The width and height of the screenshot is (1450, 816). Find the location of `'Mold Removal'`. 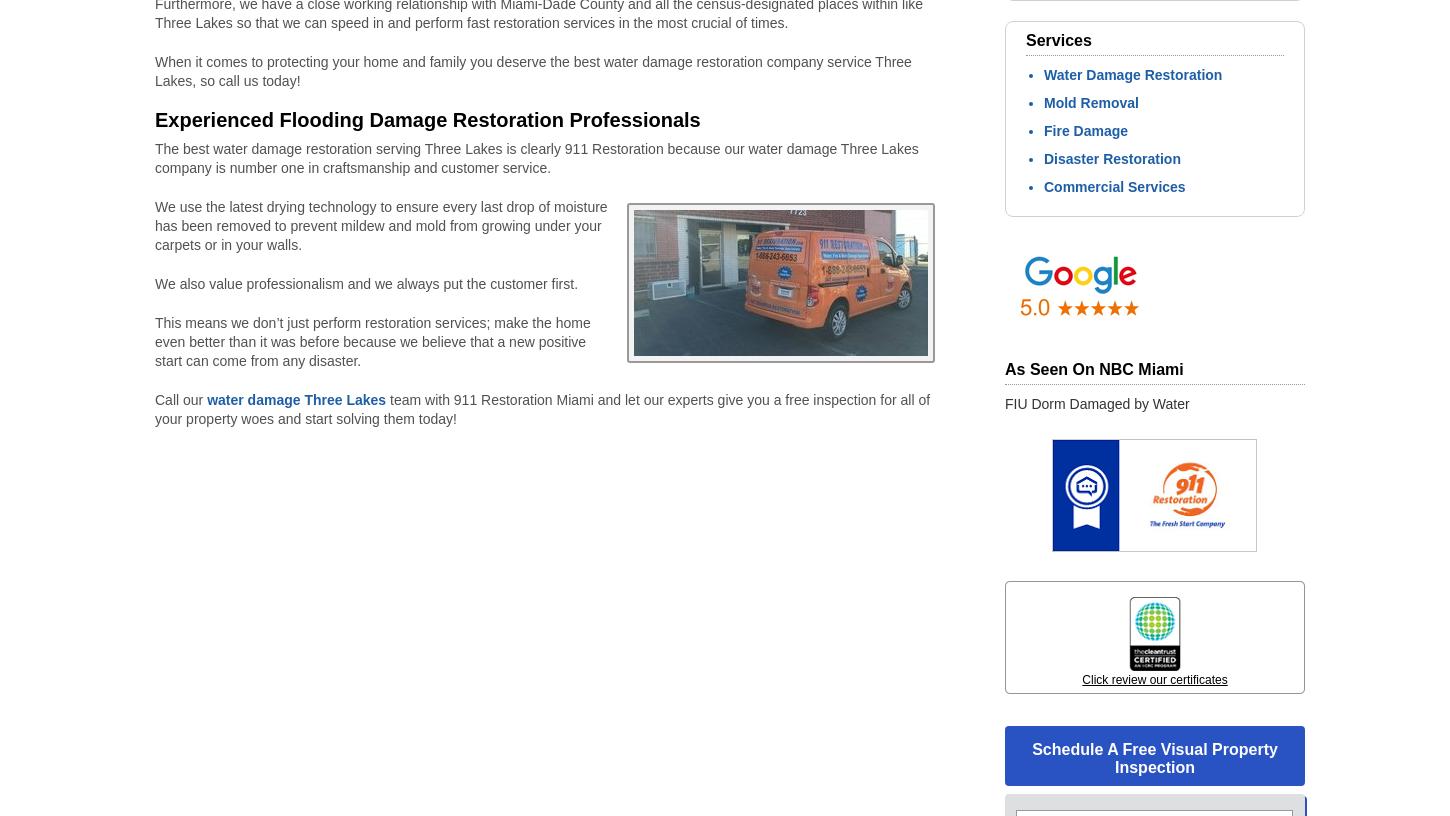

'Mold Removal' is located at coordinates (1044, 101).